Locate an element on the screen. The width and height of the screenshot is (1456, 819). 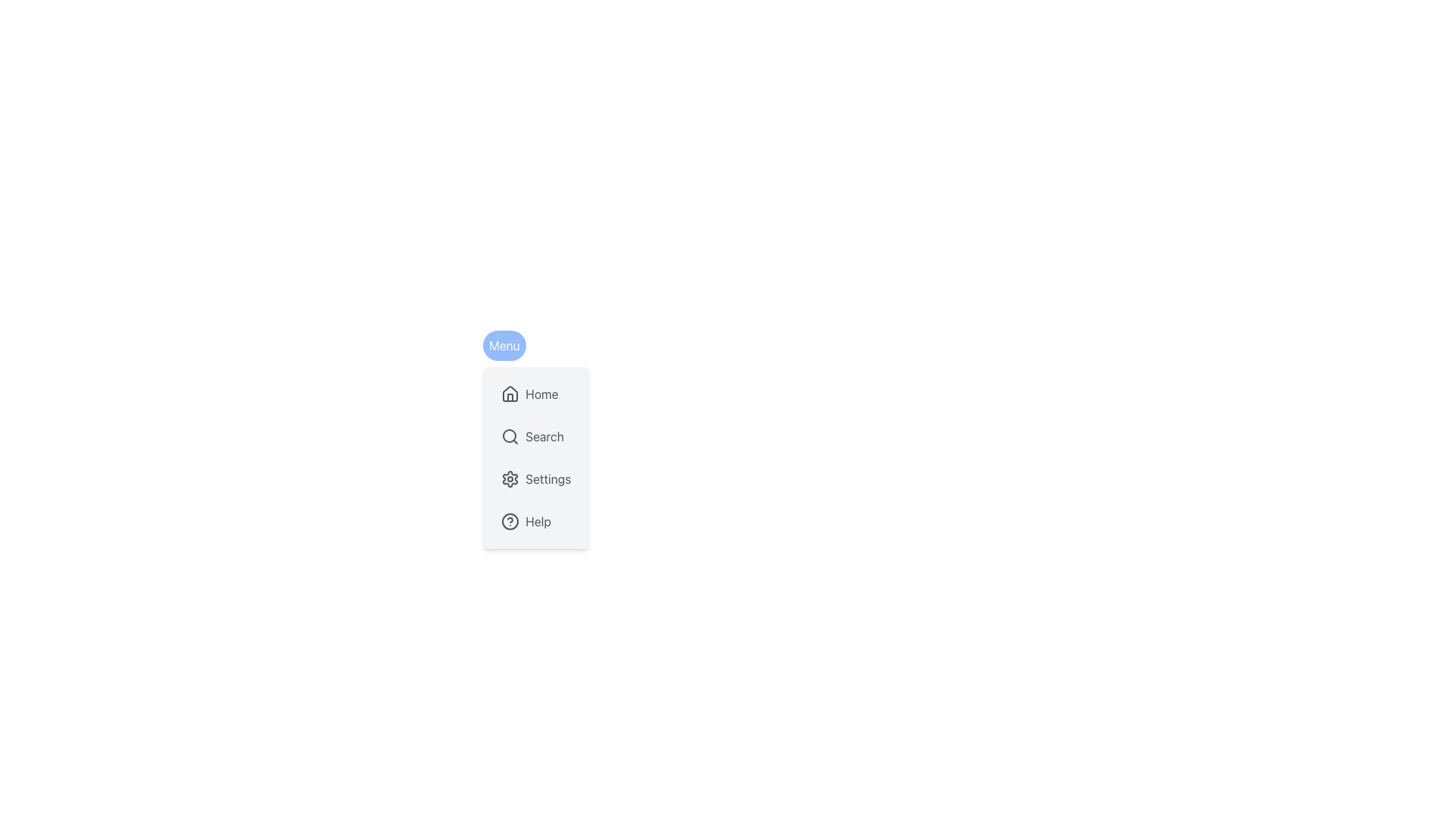
the circular 'Help' menu icon represented by an SVG graphic component, which serves as a visual representation of the 'Help' option in the menu is located at coordinates (510, 520).